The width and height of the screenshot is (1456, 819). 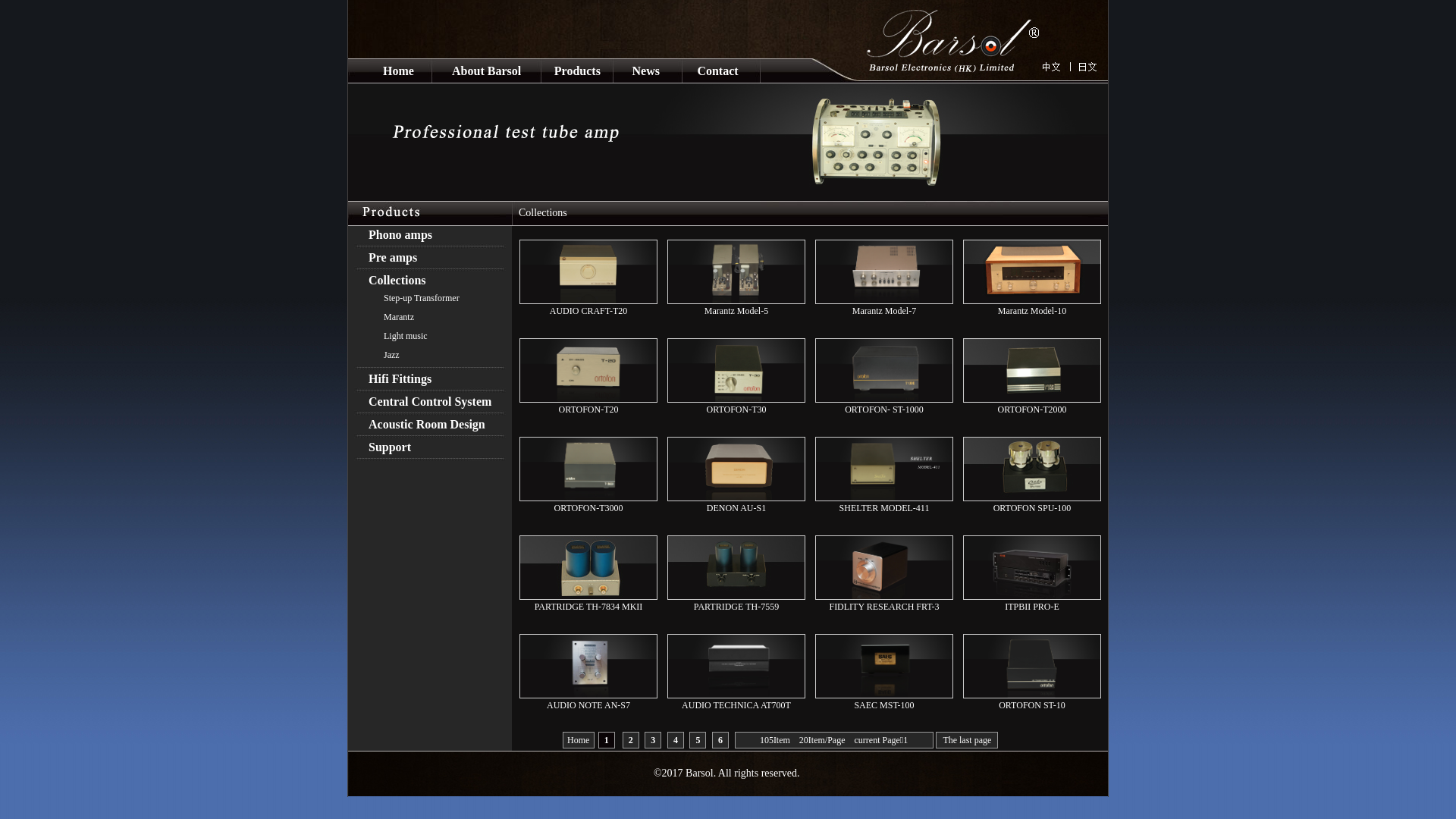 I want to click on 'SHELTER MODEL-411', so click(x=884, y=508).